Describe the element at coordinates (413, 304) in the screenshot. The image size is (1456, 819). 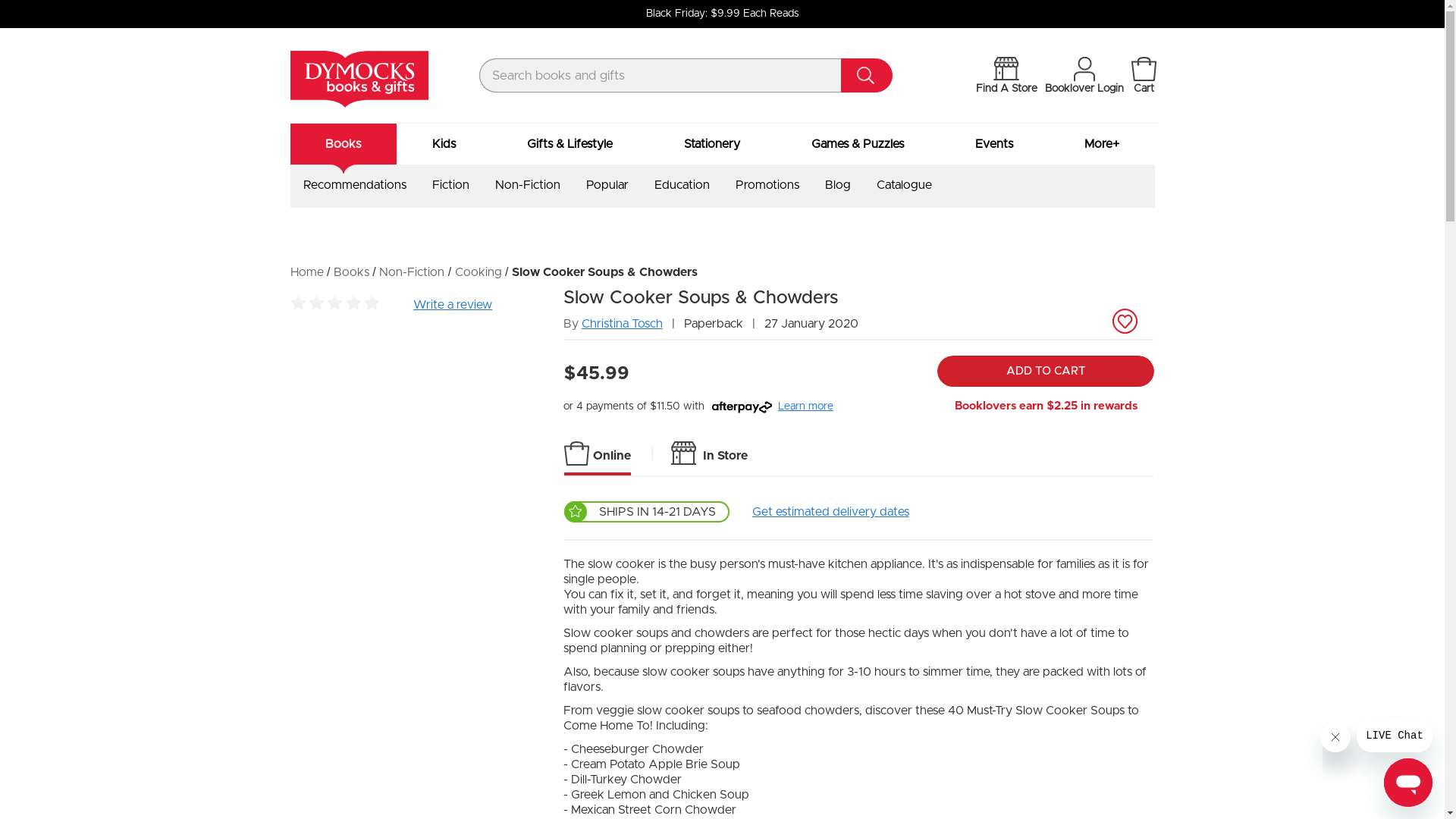
I see `'Write a review'` at that location.